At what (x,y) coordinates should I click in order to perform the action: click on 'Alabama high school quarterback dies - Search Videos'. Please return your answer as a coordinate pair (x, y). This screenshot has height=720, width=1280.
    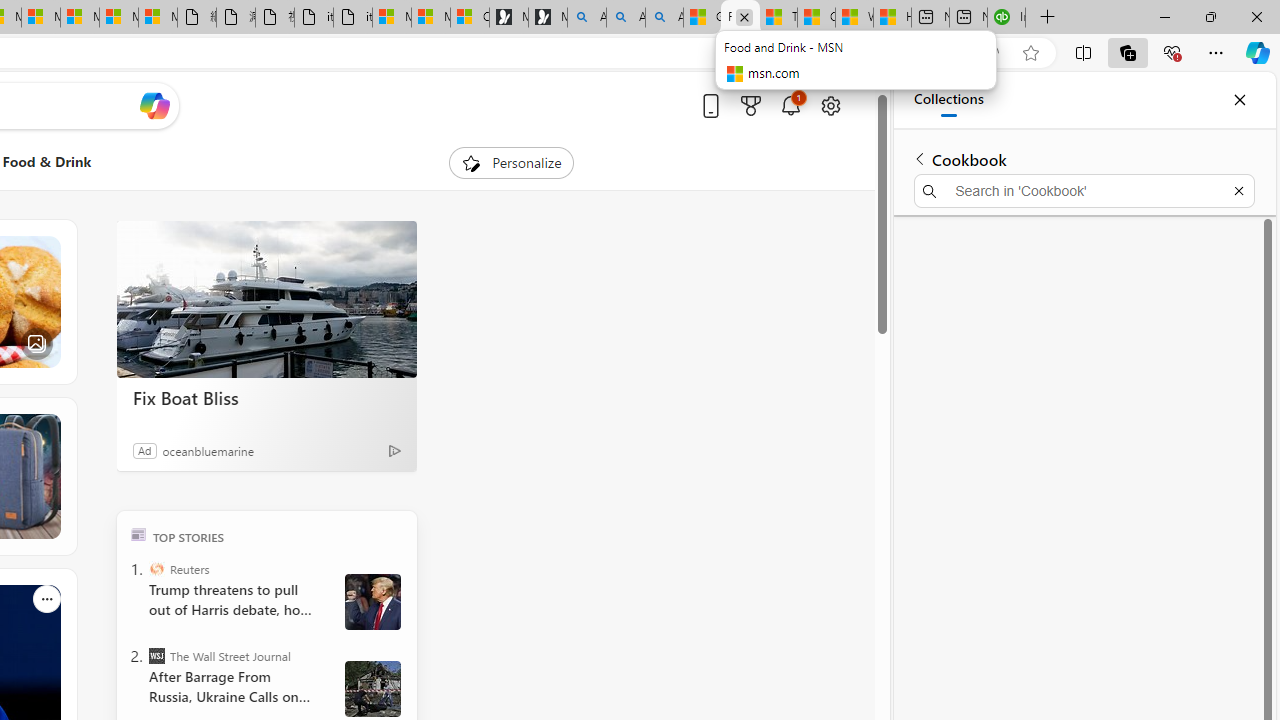
    Looking at the image, I should click on (664, 17).